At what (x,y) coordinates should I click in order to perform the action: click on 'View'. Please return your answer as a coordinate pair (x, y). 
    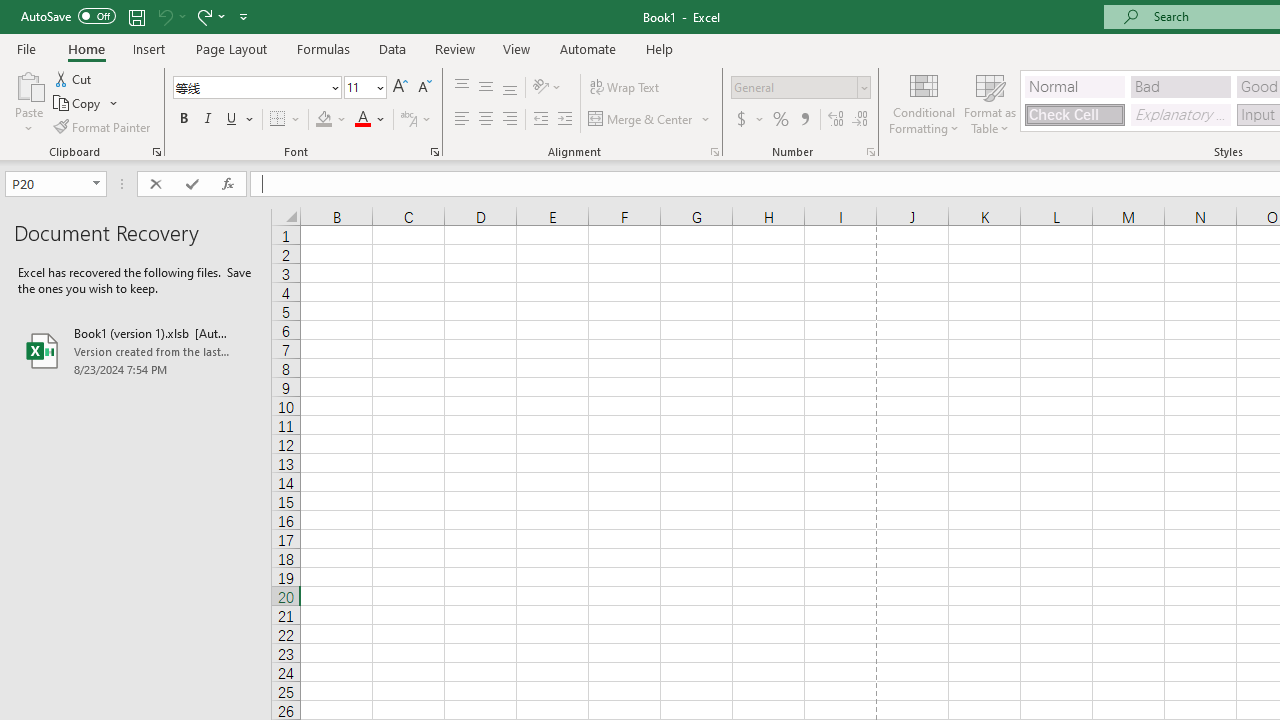
    Looking at the image, I should click on (517, 48).